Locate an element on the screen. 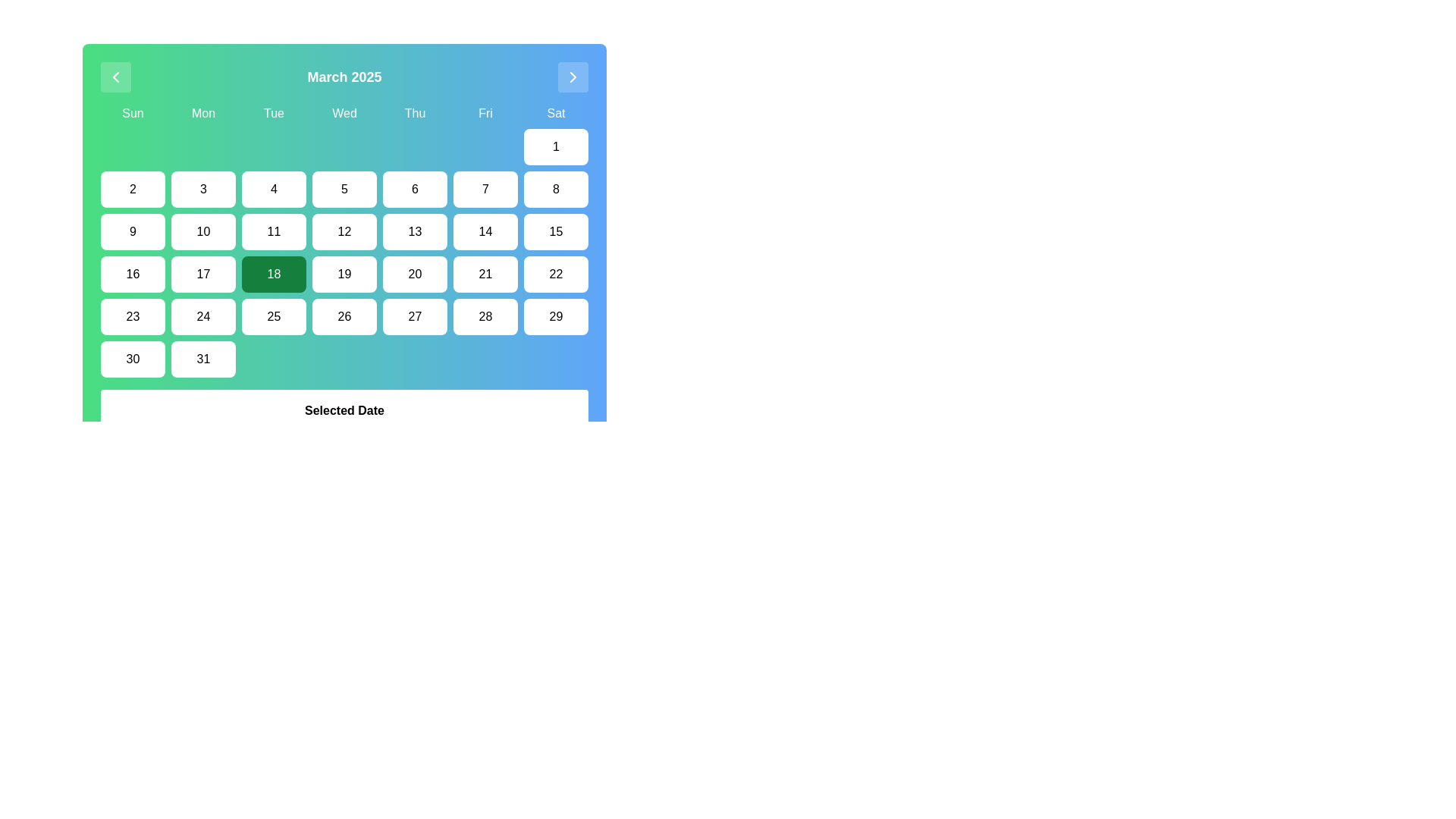 The width and height of the screenshot is (1456, 819). the button representing the date '20' in the calendar view is located at coordinates (415, 275).